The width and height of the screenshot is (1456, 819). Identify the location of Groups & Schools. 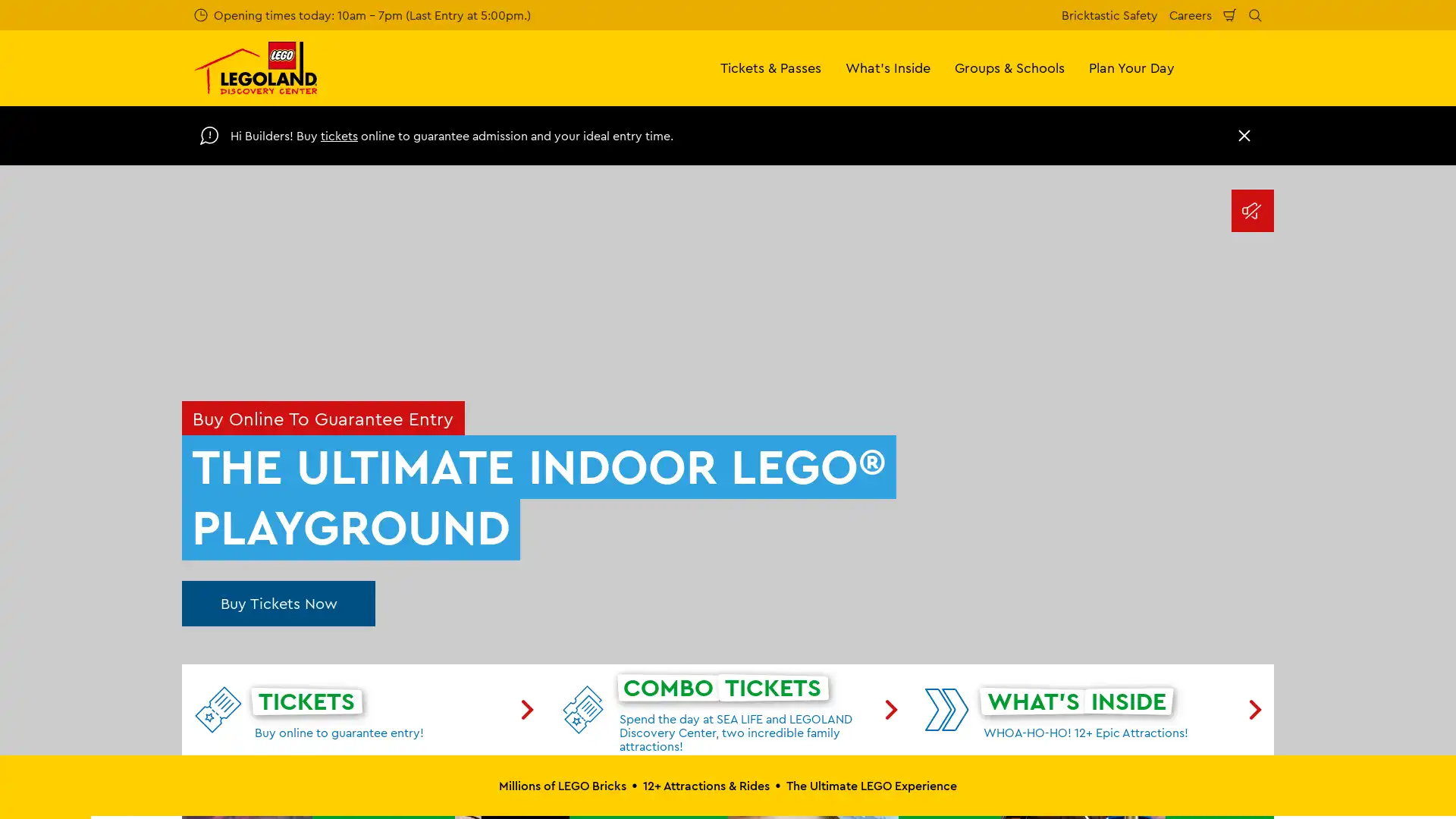
(1009, 67).